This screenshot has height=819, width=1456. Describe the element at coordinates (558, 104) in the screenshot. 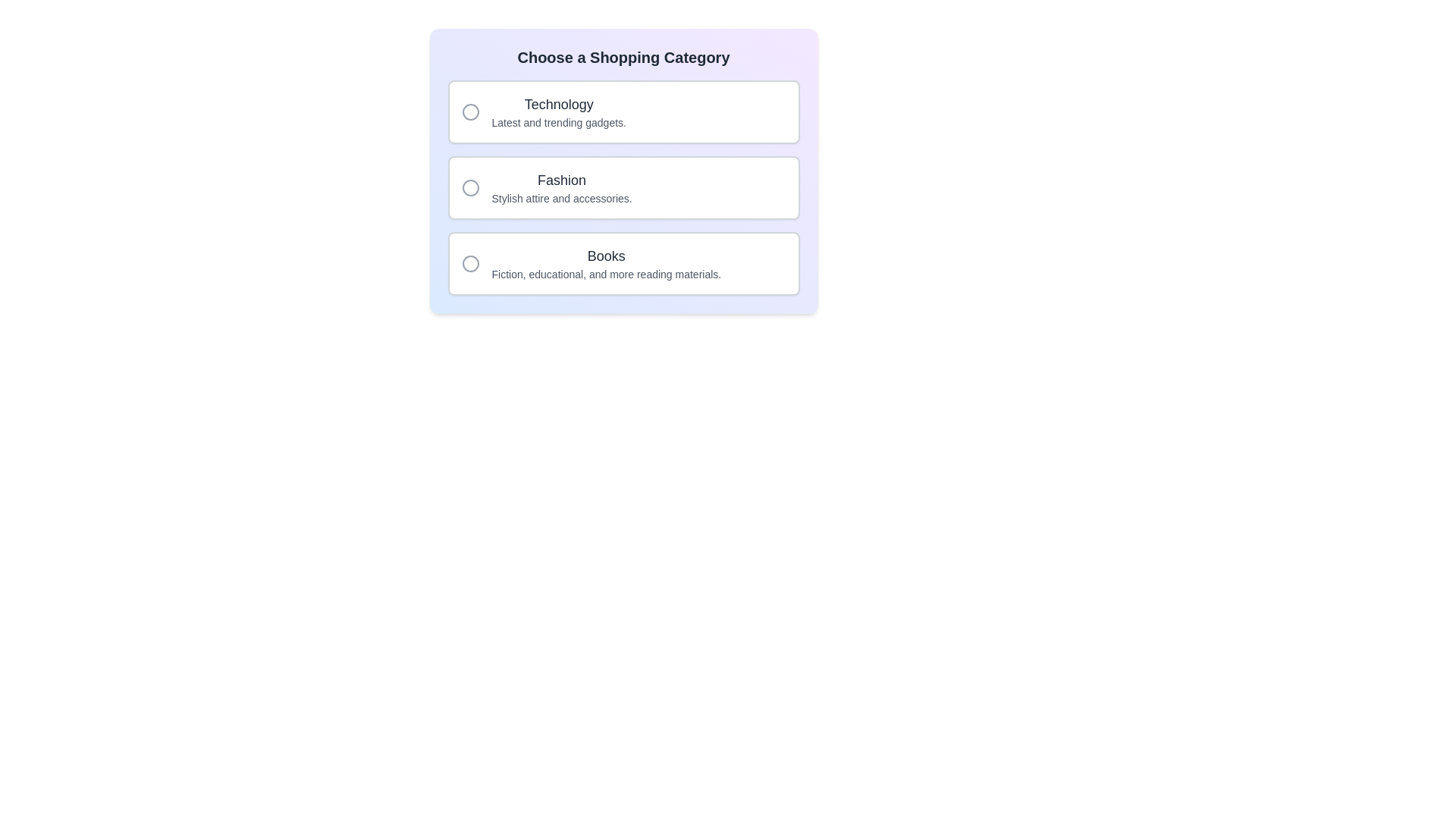

I see `'Technology' category title text label located in the middle-left portion of its containing card under 'Choose a Shopping Category'` at that location.